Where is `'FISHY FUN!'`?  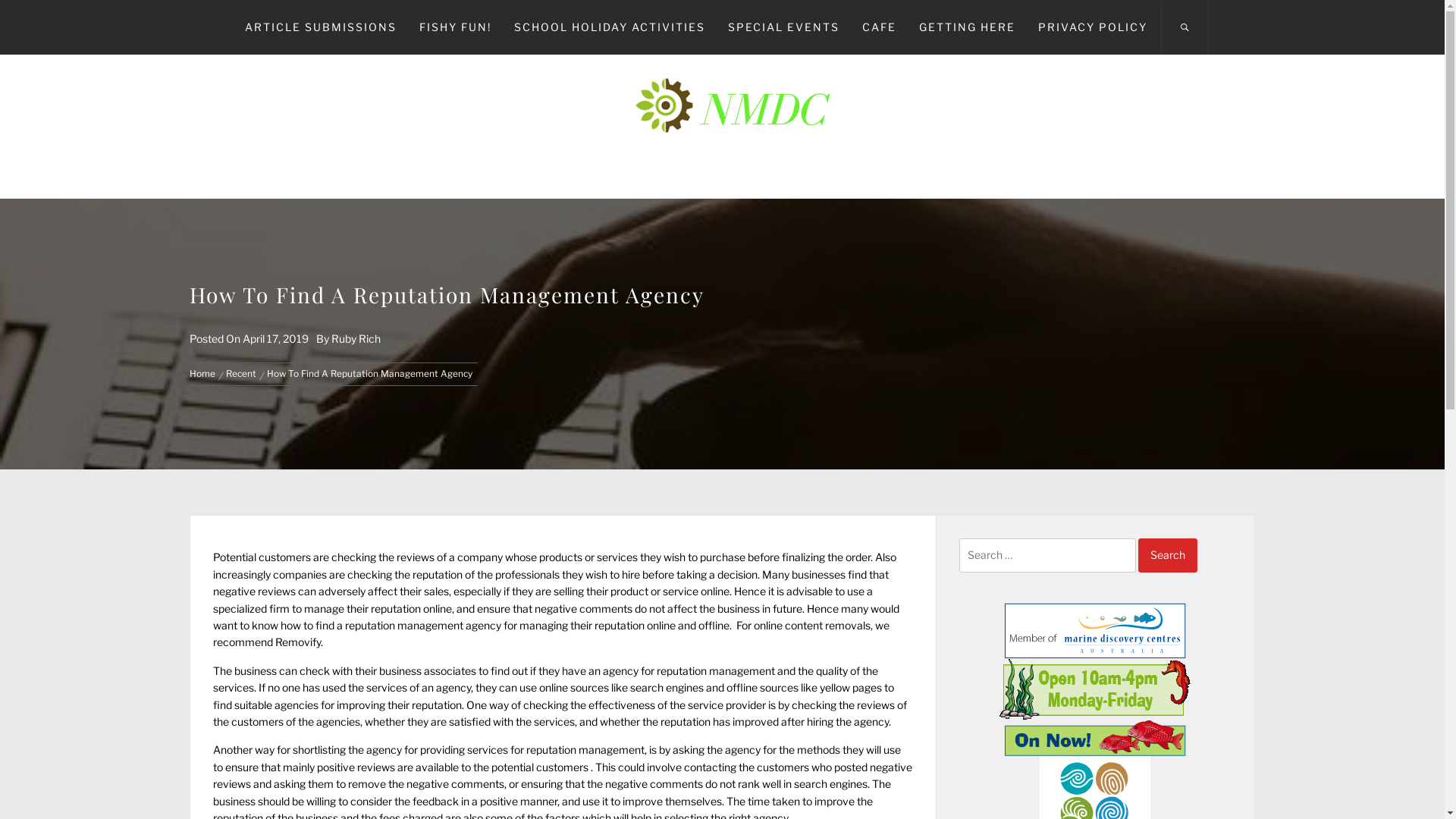
'FISHY FUN!' is located at coordinates (454, 27).